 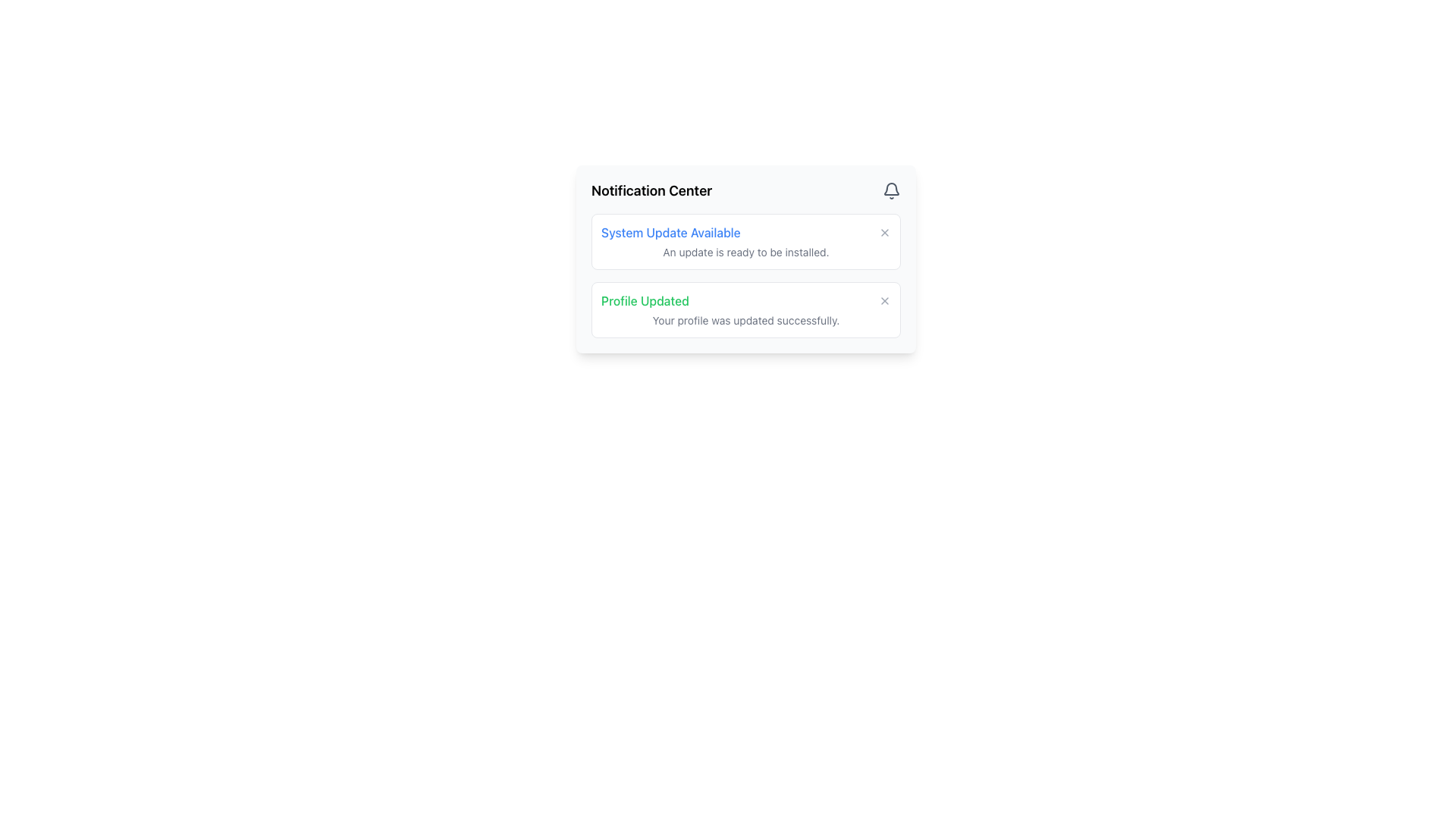 I want to click on the second notification card in the 'Notification Center', so click(x=745, y=309).